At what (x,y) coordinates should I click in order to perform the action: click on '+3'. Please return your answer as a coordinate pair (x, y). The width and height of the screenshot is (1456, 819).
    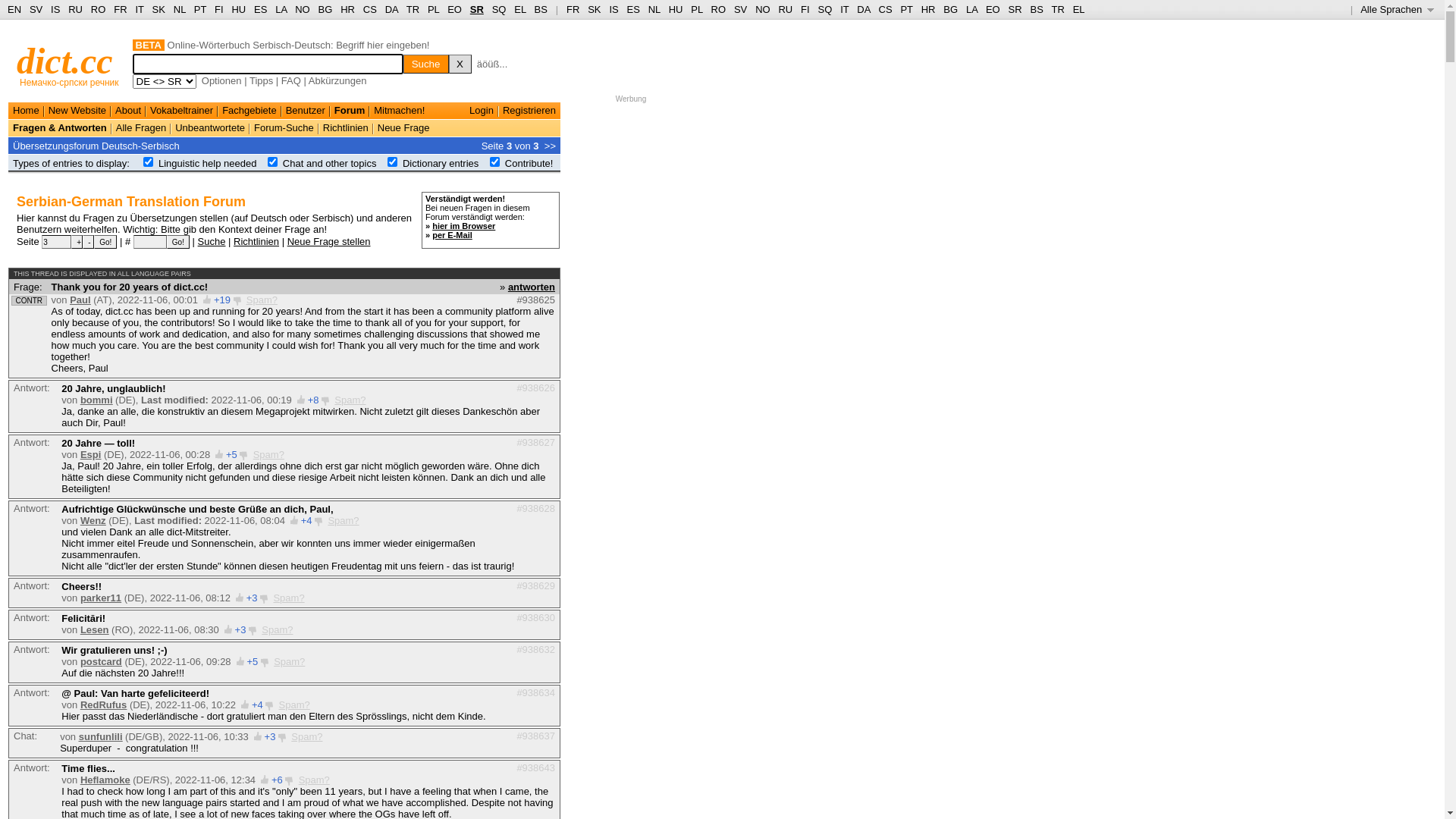
    Looking at the image, I should click on (240, 629).